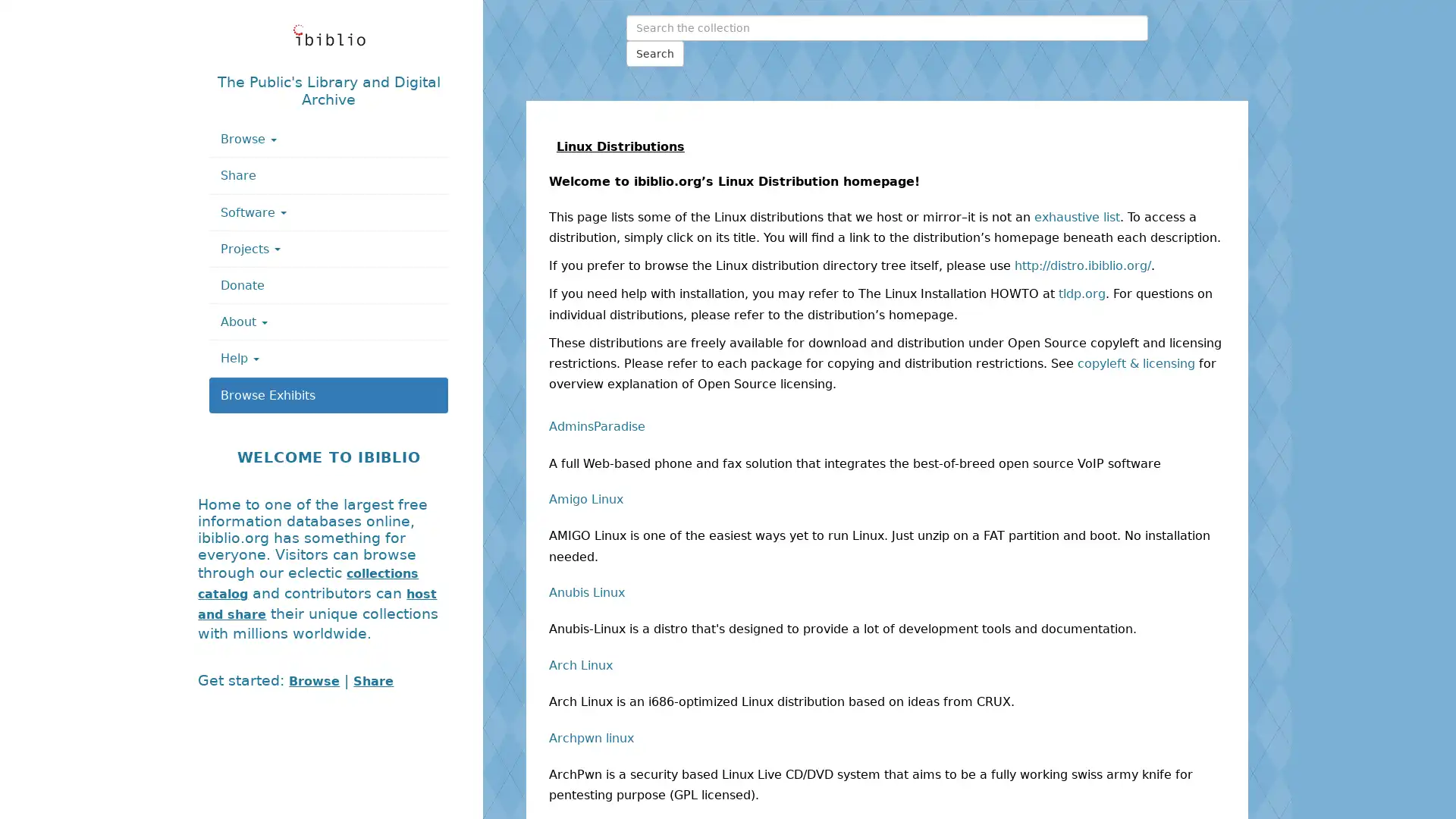 Image resolution: width=1456 pixels, height=819 pixels. What do you see at coordinates (654, 52) in the screenshot?
I see `Search` at bounding box center [654, 52].